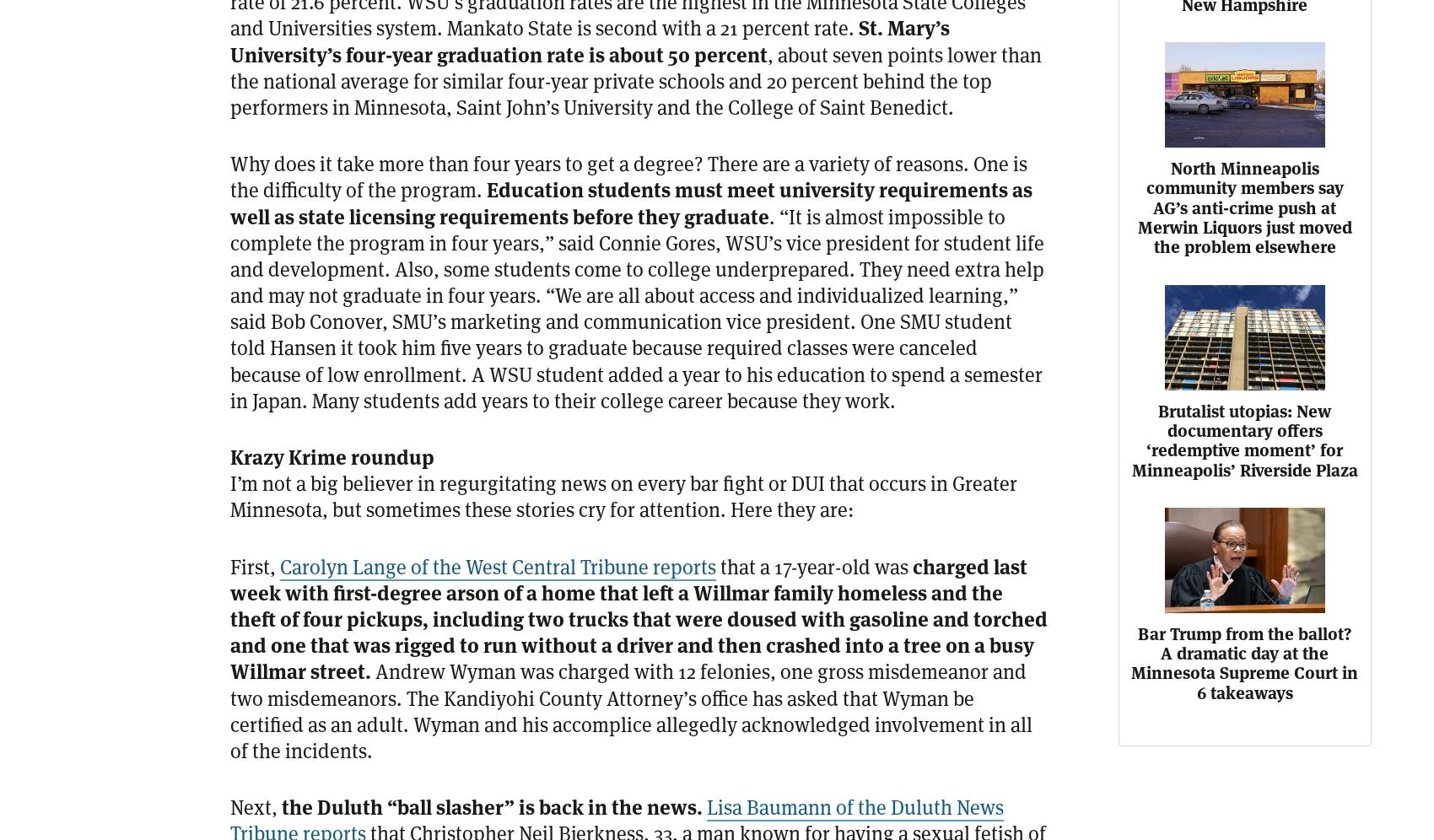  I want to click on 'North Minneapolis community members say AG’s anti-crime push at Merwin Liquors just moved the problem elsewhere', so click(1136, 207).